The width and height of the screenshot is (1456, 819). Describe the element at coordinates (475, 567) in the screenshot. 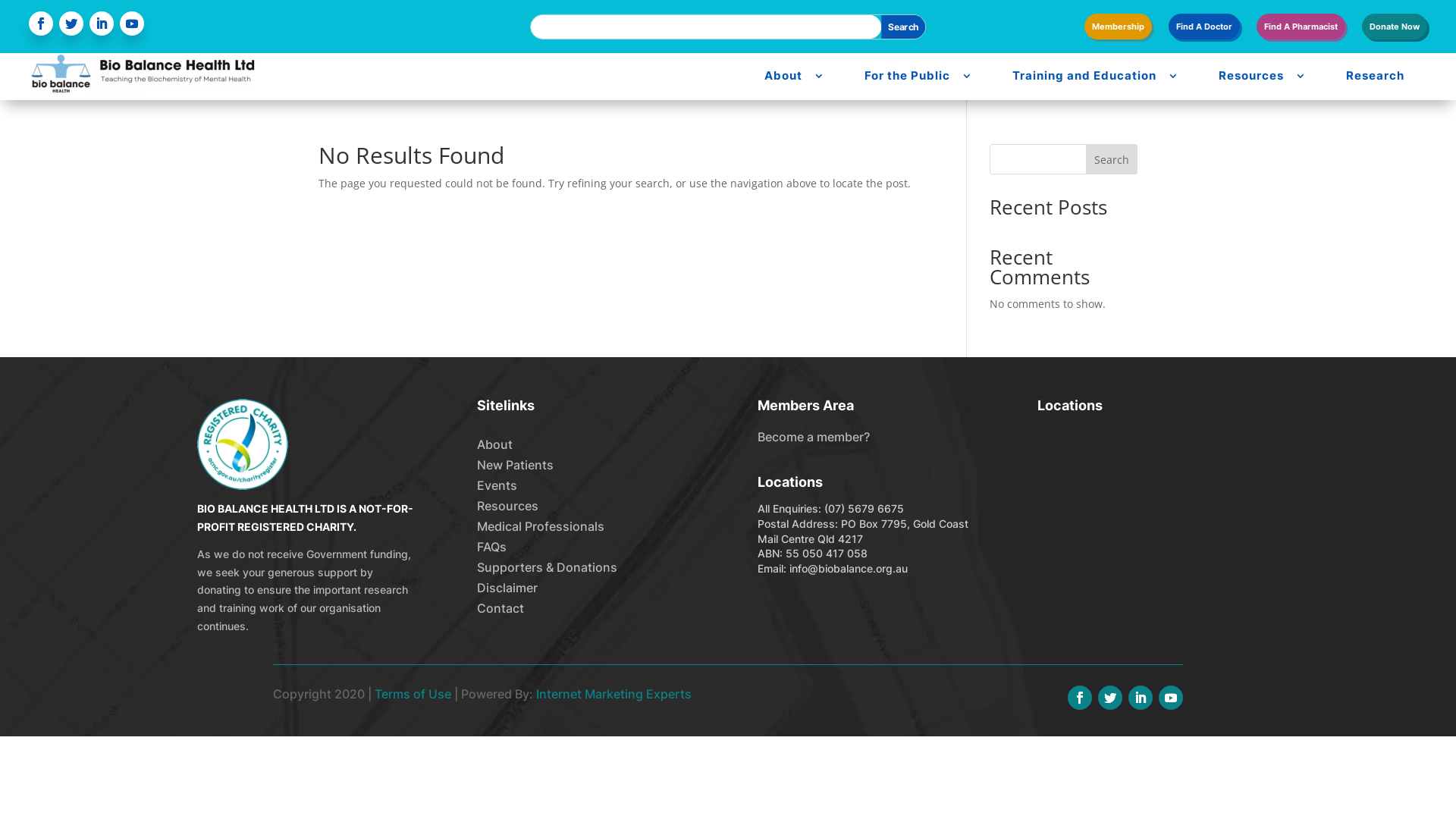

I see `'Supporters & Donations'` at that location.